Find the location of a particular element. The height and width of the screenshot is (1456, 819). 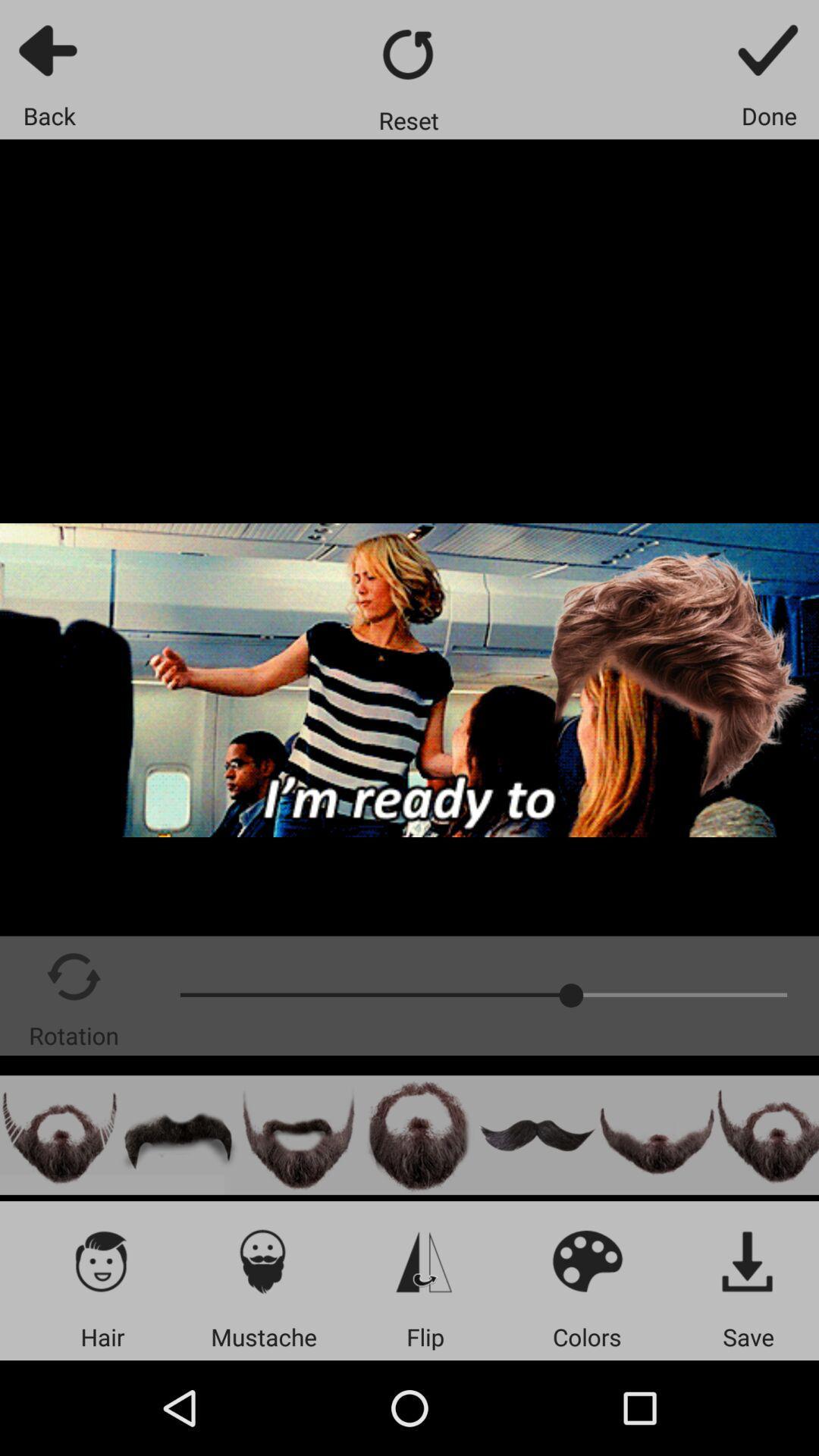

reset page is located at coordinates (408, 54).